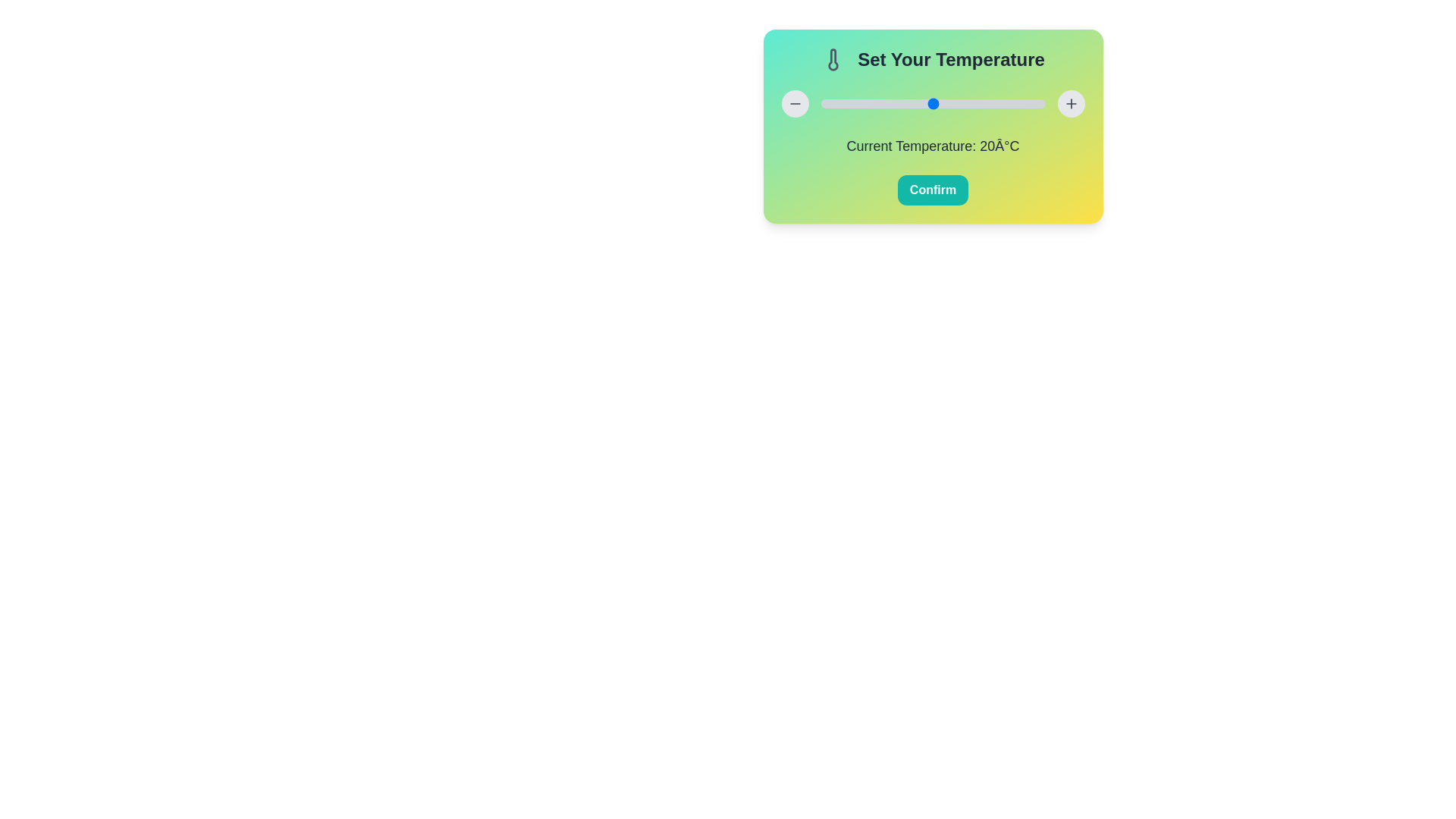 The height and width of the screenshot is (819, 1456). I want to click on the 'Confirm' button to confirm the selected temperature, so click(932, 189).